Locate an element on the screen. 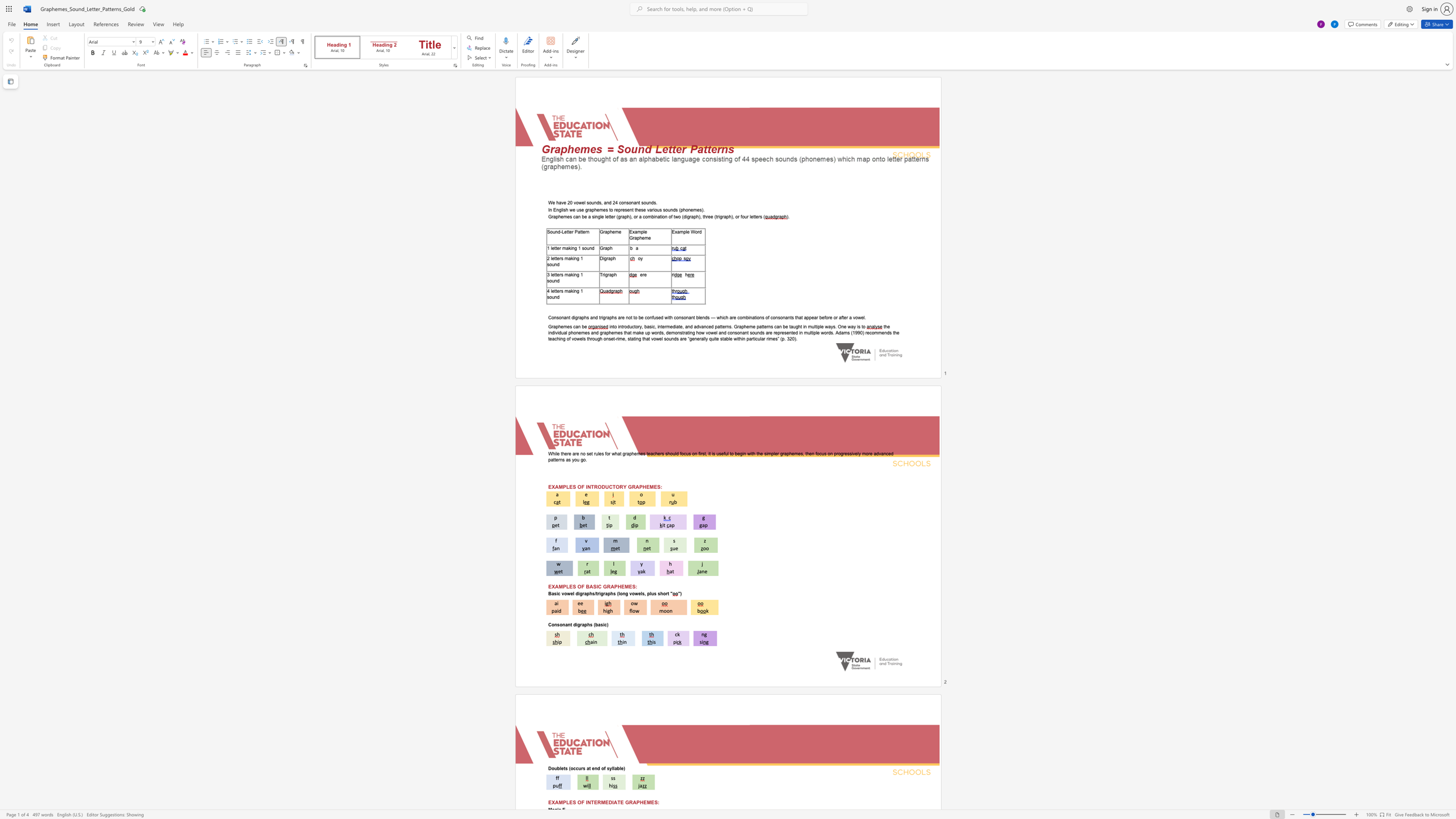  the subset text "sounds, and 24 consonant s" within the text "We have 20 vowel sounds, and 24 consonant sounds." is located at coordinates (586, 202).